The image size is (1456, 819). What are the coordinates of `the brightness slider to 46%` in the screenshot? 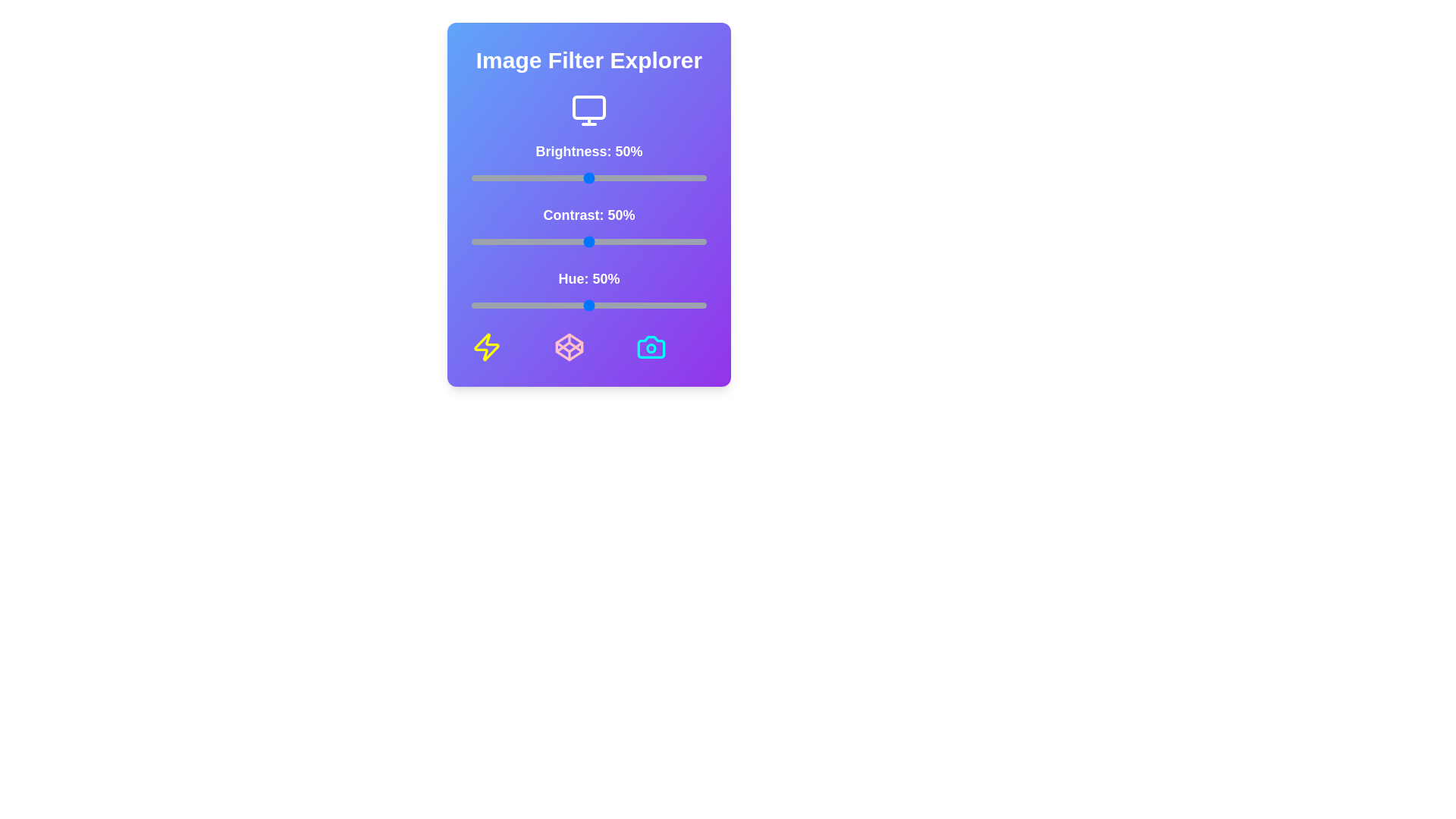 It's located at (579, 177).